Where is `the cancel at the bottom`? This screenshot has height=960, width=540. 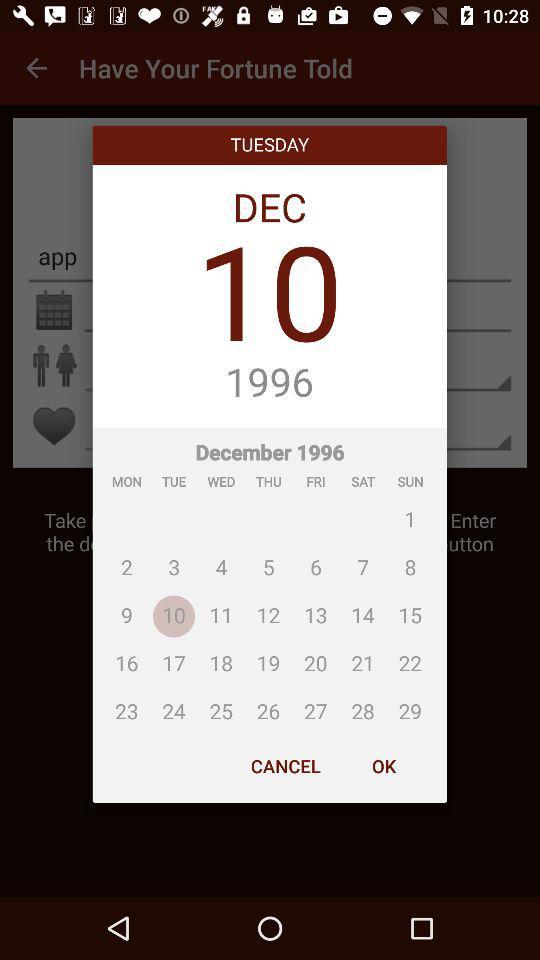 the cancel at the bottom is located at coordinates (284, 765).